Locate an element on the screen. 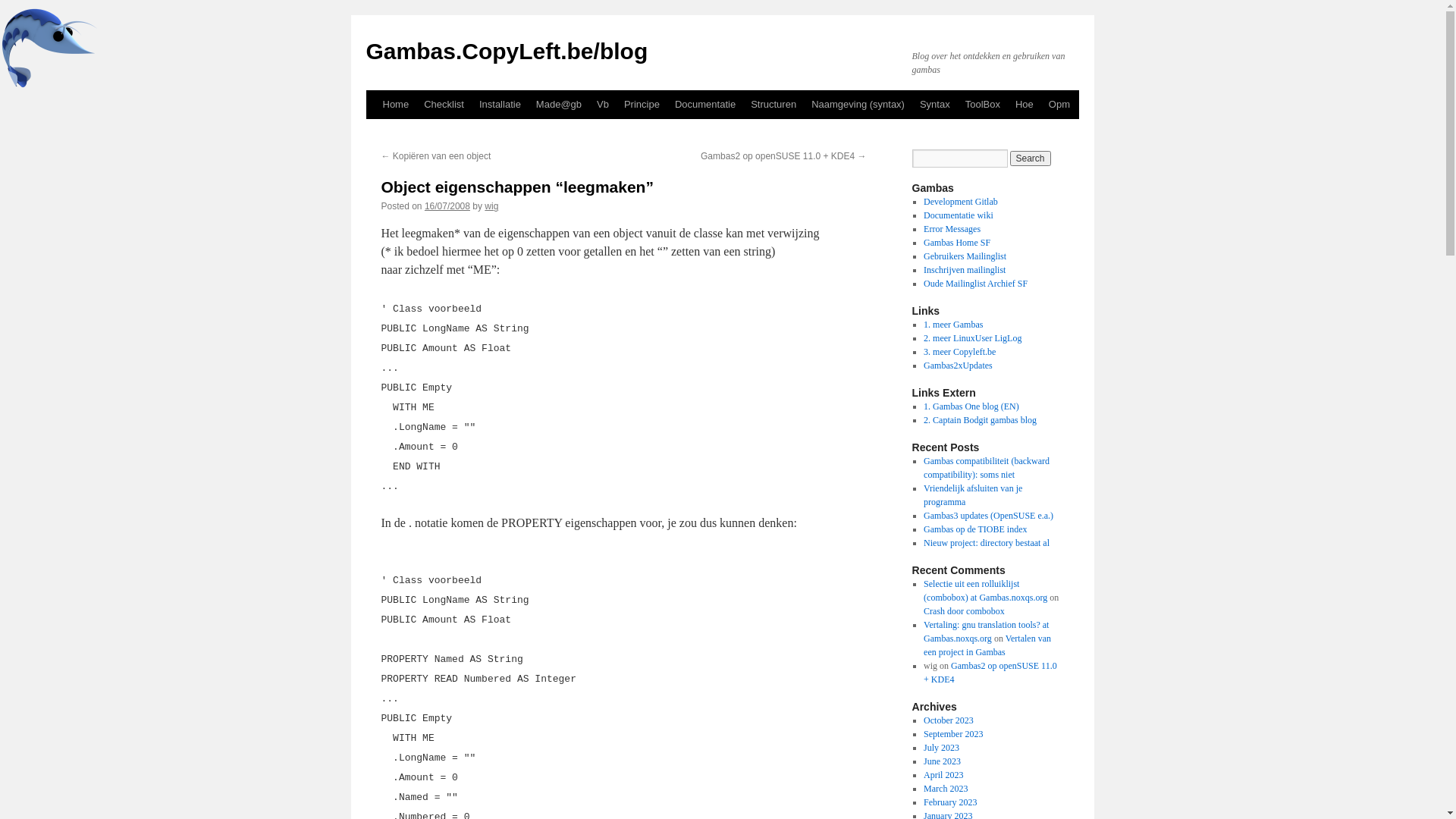 This screenshot has height=819, width=1456. 'ToolBox' is located at coordinates (983, 104).